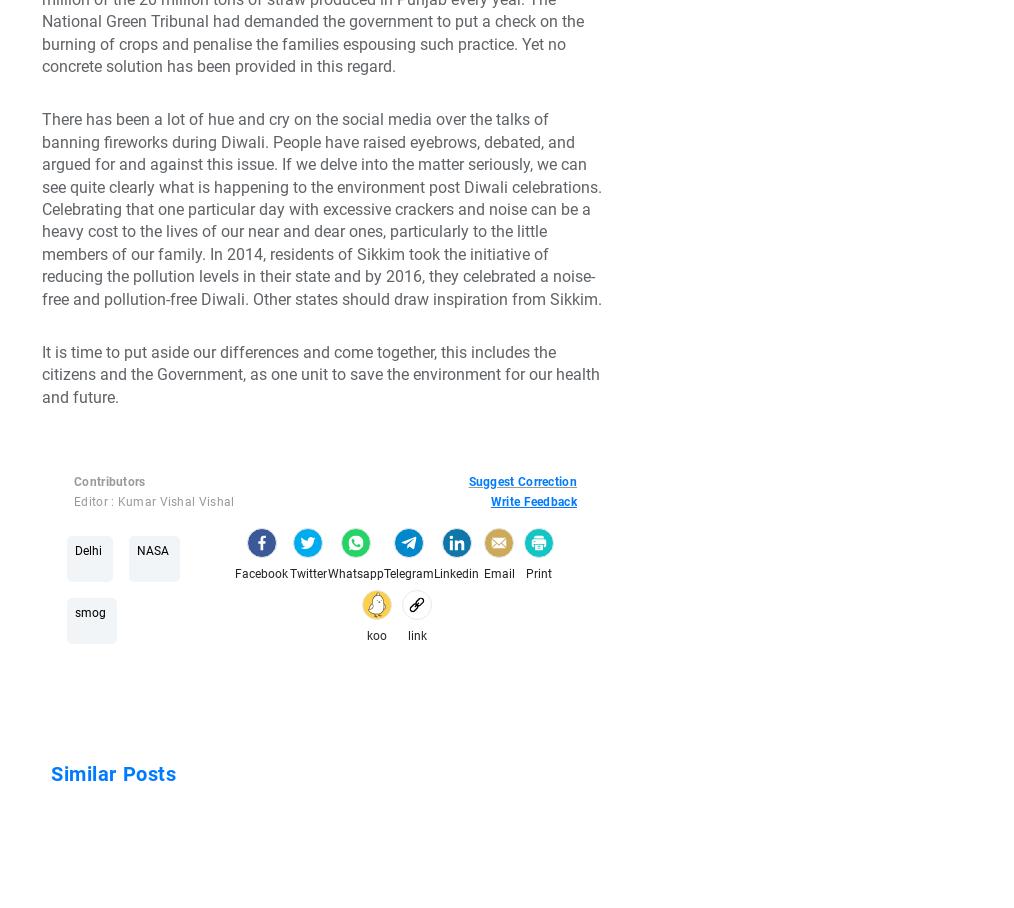 Image resolution: width=1014 pixels, height=908 pixels. What do you see at coordinates (532, 502) in the screenshot?
I see `'Write Feedback'` at bounding box center [532, 502].